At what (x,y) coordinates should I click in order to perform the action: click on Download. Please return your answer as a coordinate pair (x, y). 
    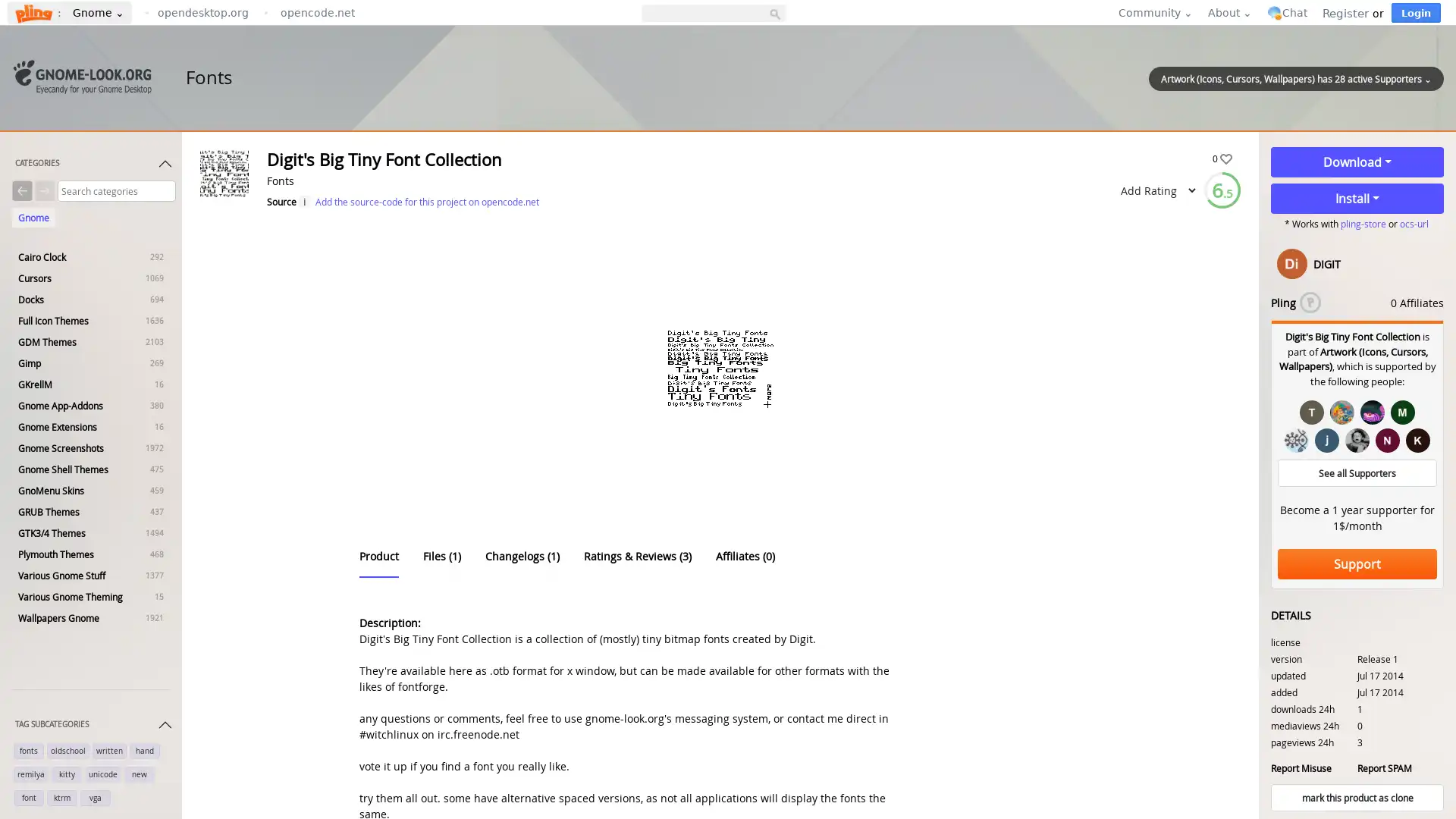
    Looking at the image, I should click on (1357, 162).